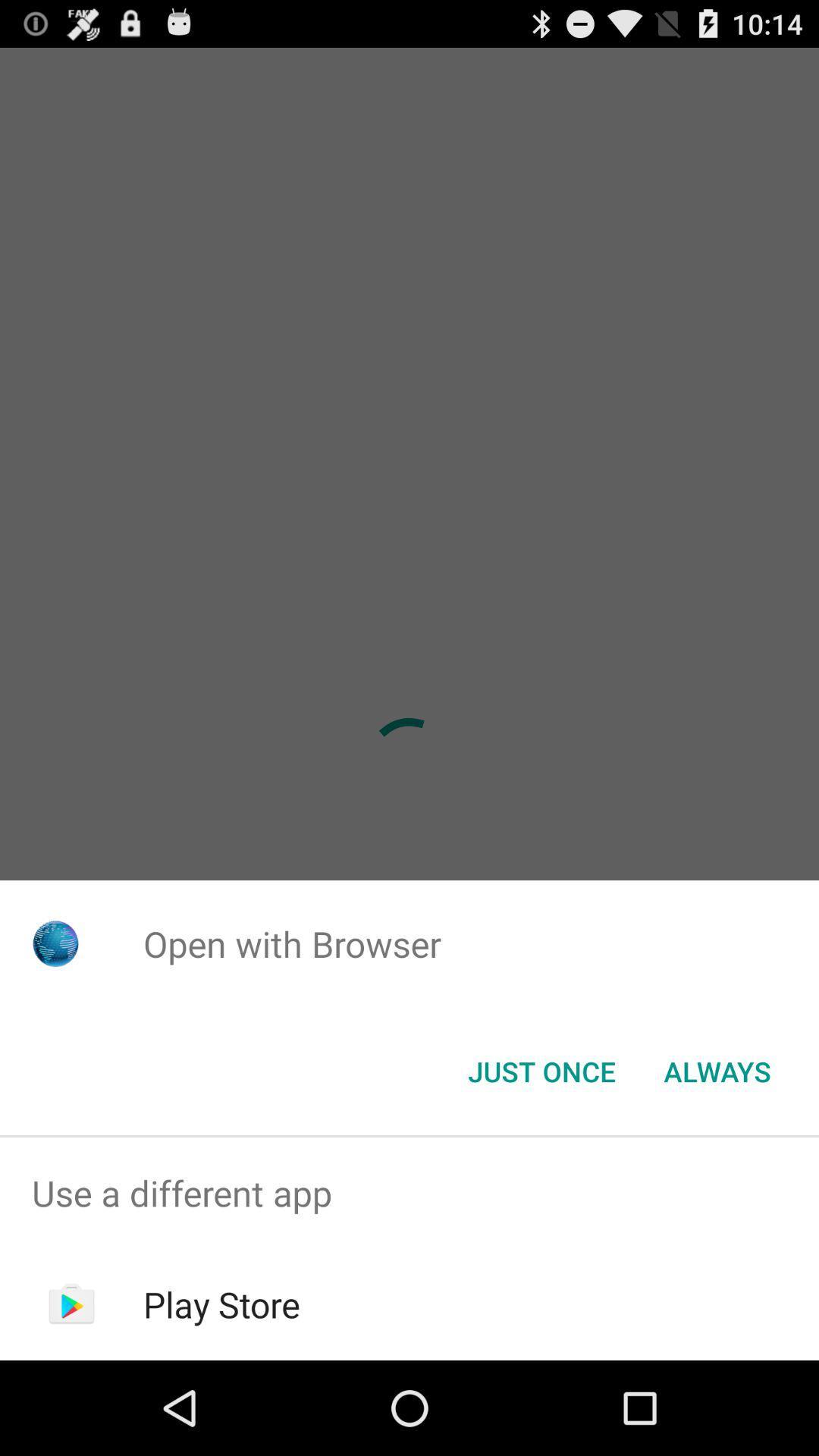  I want to click on app below use a different item, so click(221, 1304).